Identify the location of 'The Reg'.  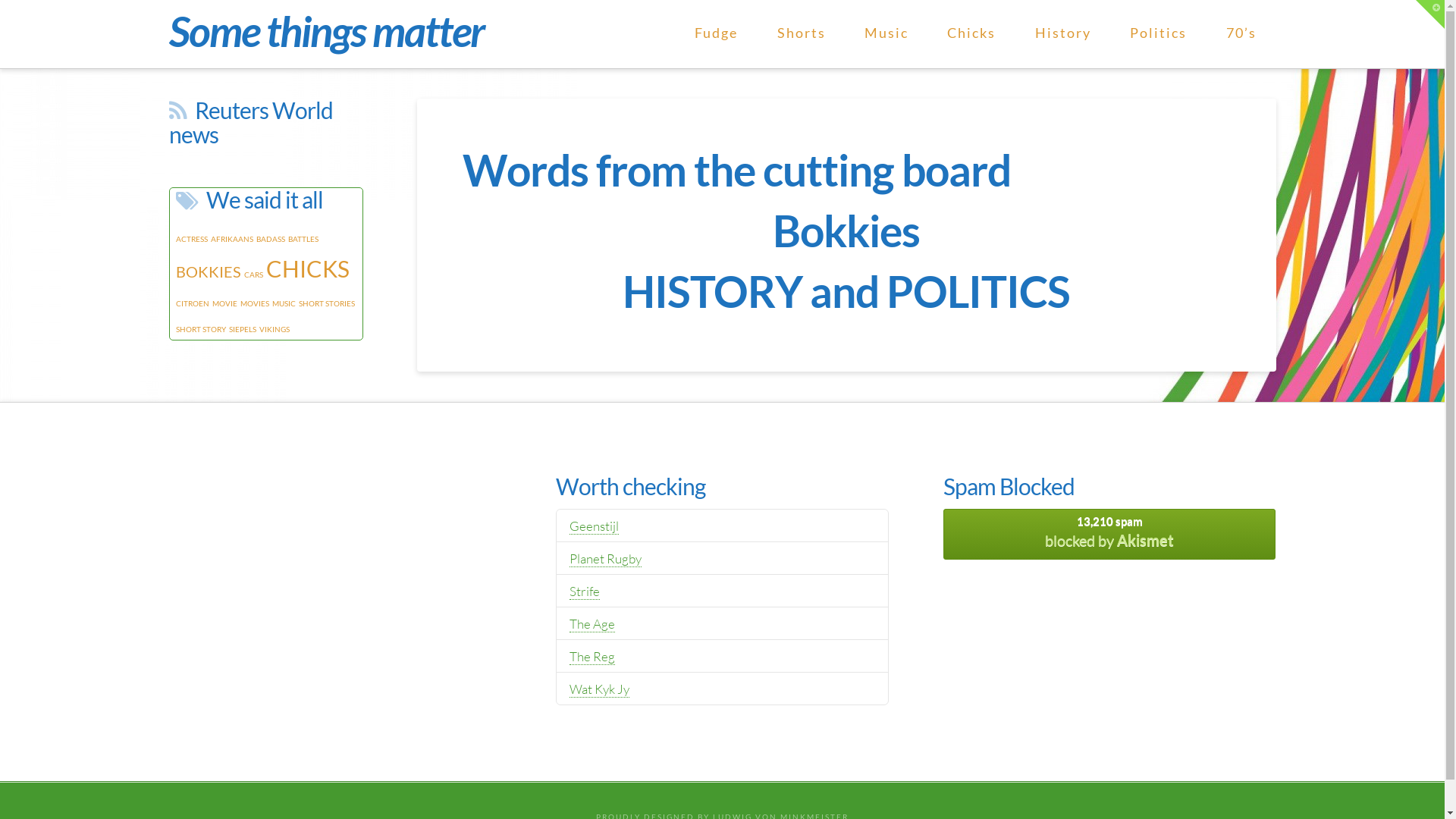
(591, 656).